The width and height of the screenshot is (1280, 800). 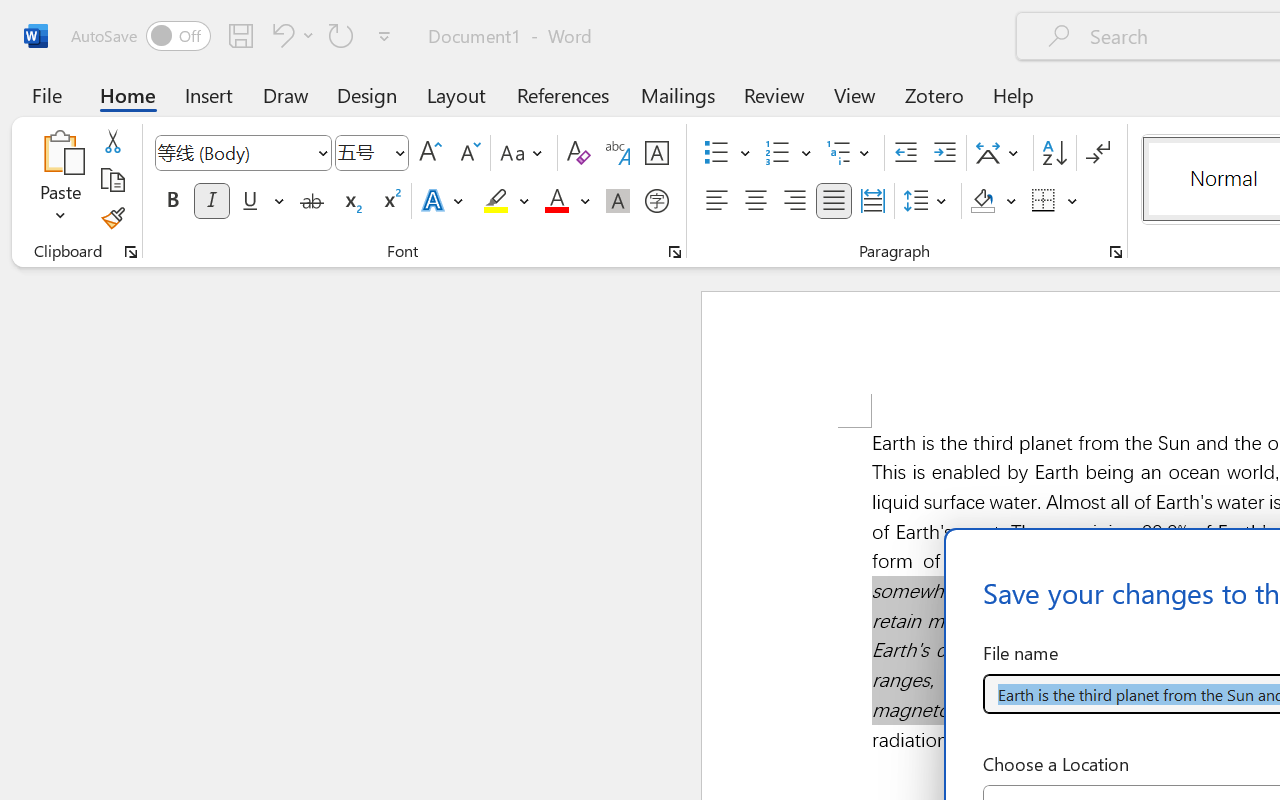 What do you see at coordinates (943, 153) in the screenshot?
I see `'Increase Indent'` at bounding box center [943, 153].